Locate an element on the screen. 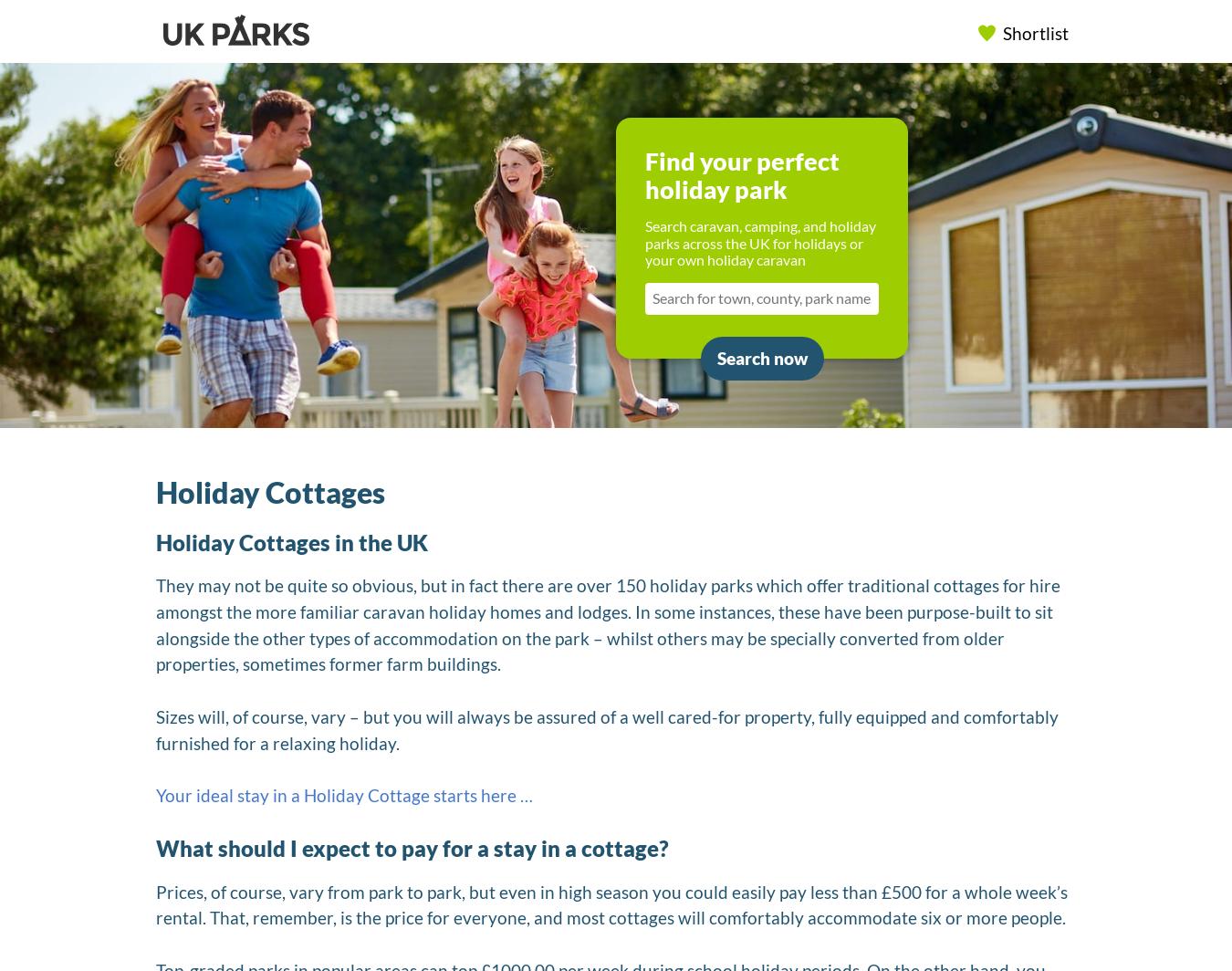  'Sizes will, of course, vary – but you will always be assured of a well cared-for property, fully equipped and comfortably furnished for a relaxing holiday.' is located at coordinates (607, 729).